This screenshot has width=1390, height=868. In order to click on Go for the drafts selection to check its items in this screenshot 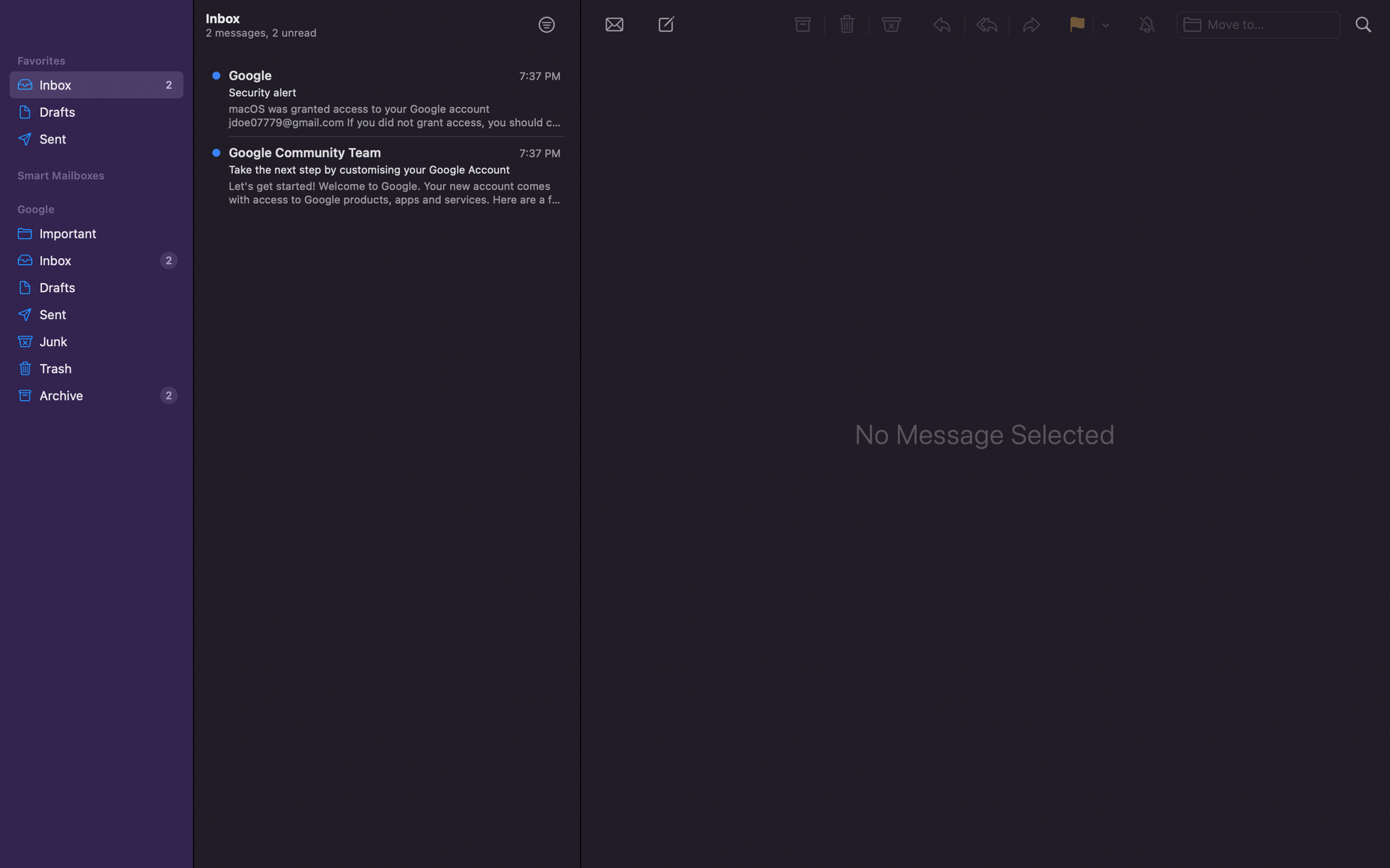, I will do `click(94, 286)`.